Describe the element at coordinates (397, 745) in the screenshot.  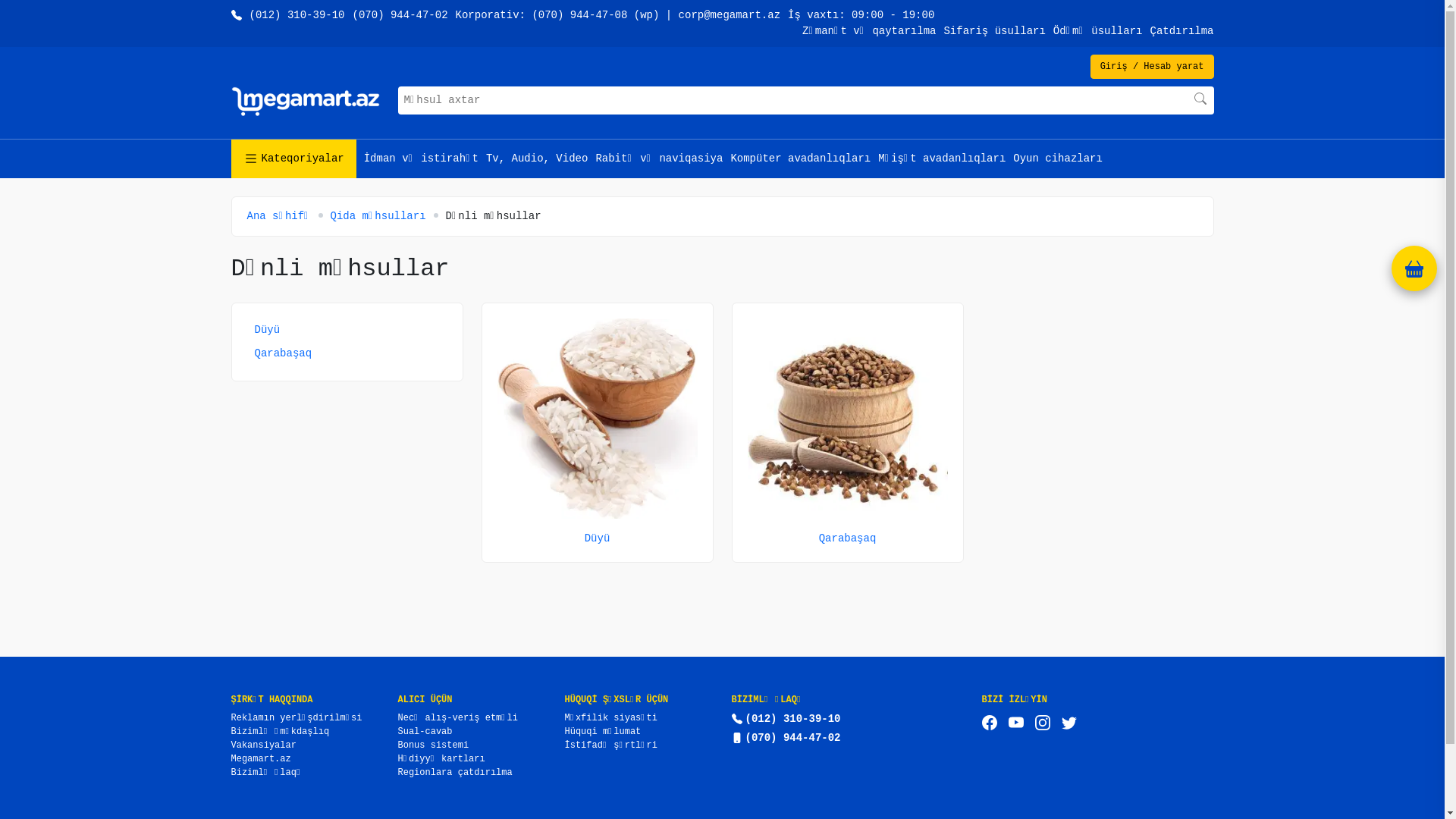
I see `'Bonus sistemi'` at that location.